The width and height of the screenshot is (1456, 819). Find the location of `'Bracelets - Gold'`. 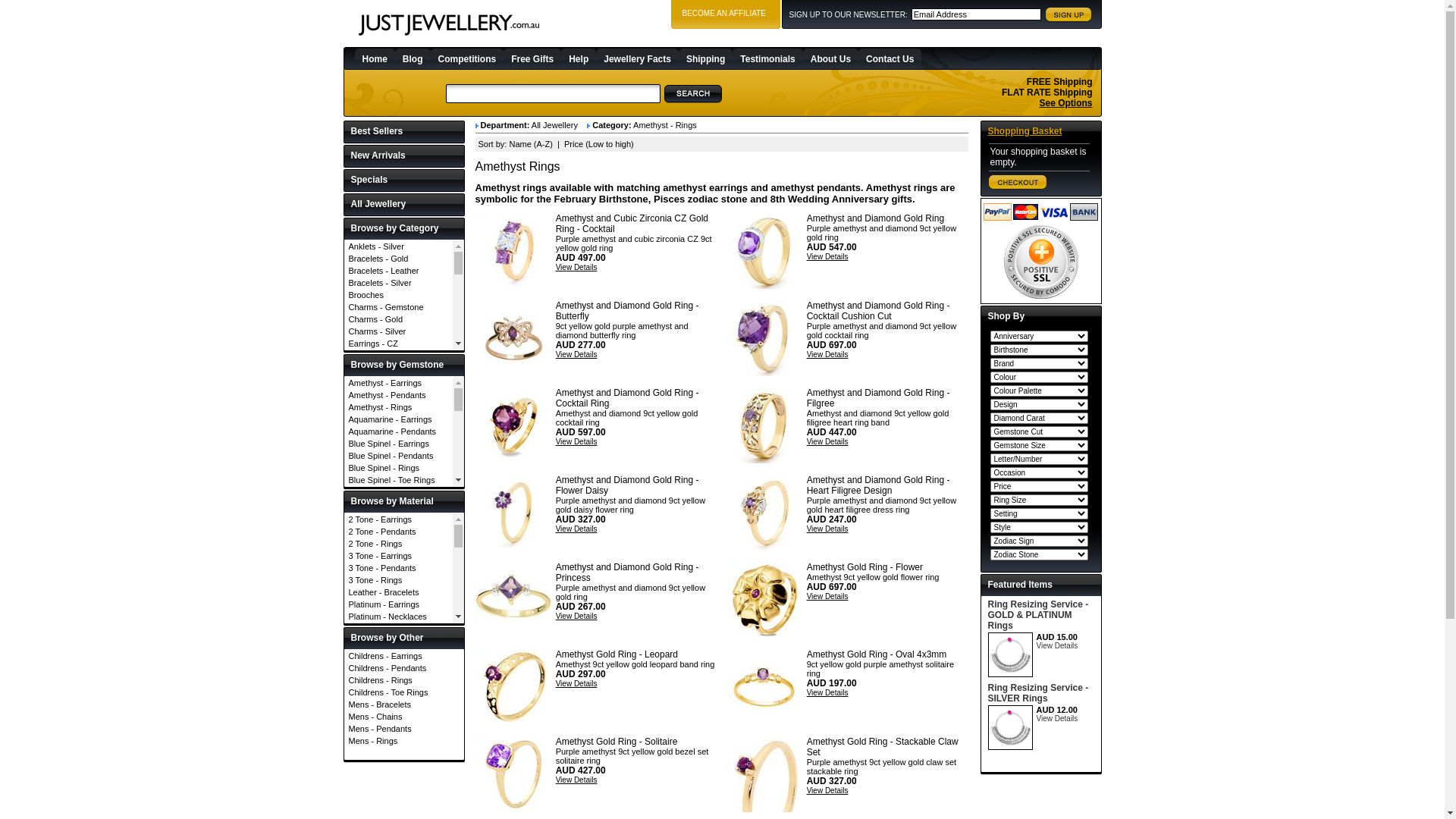

'Bracelets - Gold' is located at coordinates (398, 257).